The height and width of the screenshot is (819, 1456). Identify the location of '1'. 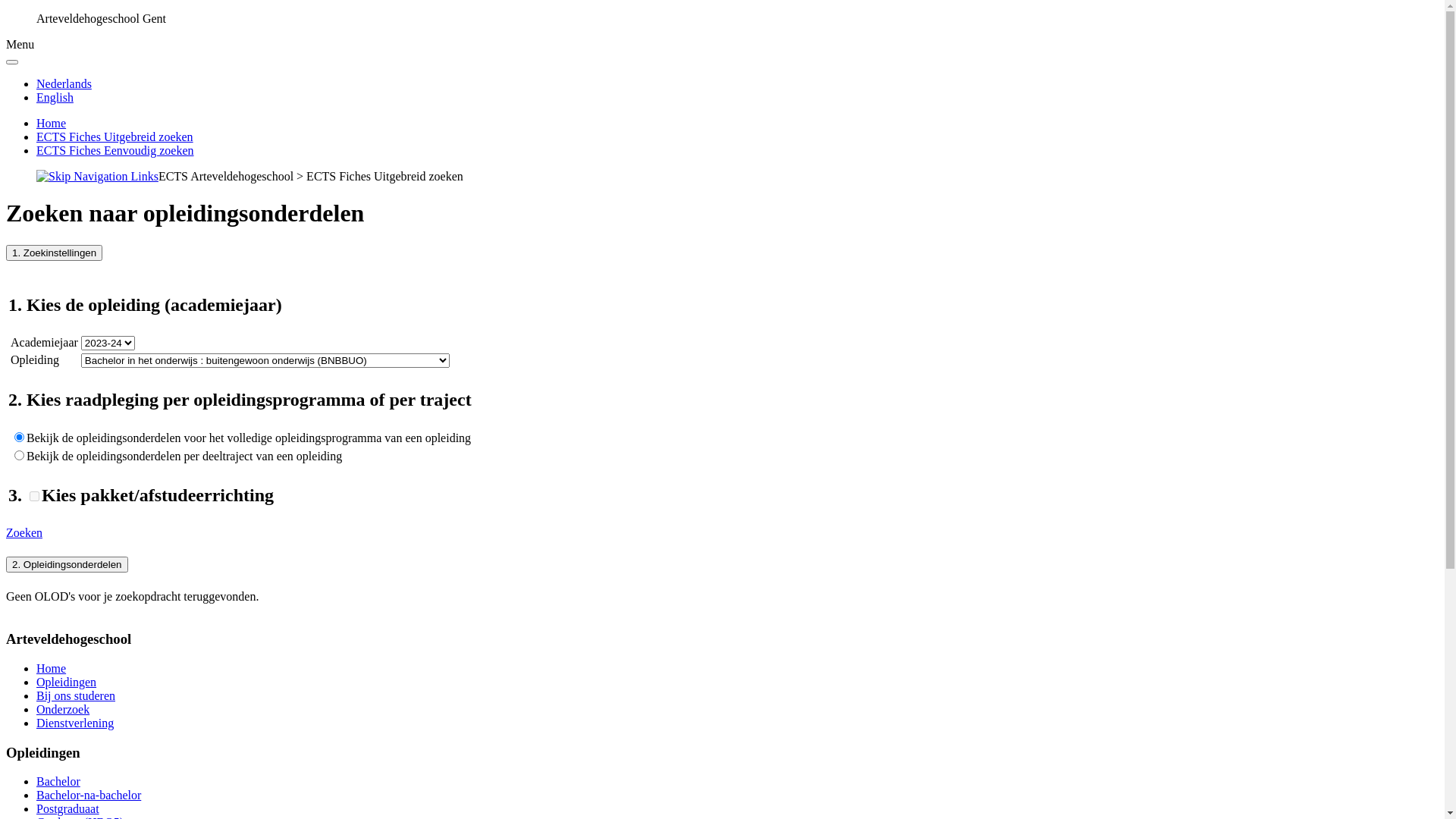
(19, 454).